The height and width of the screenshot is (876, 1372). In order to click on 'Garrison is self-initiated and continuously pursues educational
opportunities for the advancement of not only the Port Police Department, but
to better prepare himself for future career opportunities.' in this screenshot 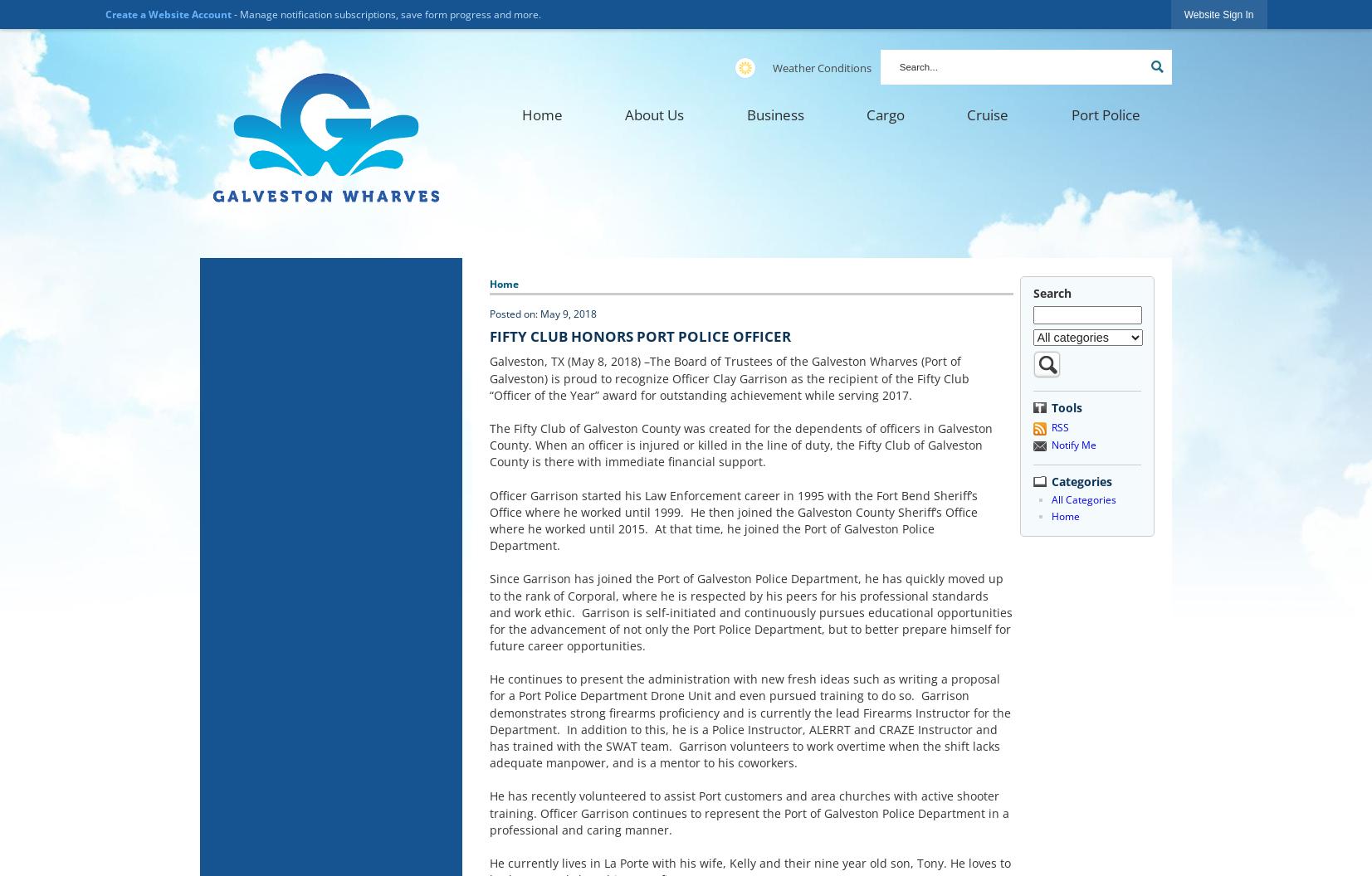, I will do `click(751, 627)`.